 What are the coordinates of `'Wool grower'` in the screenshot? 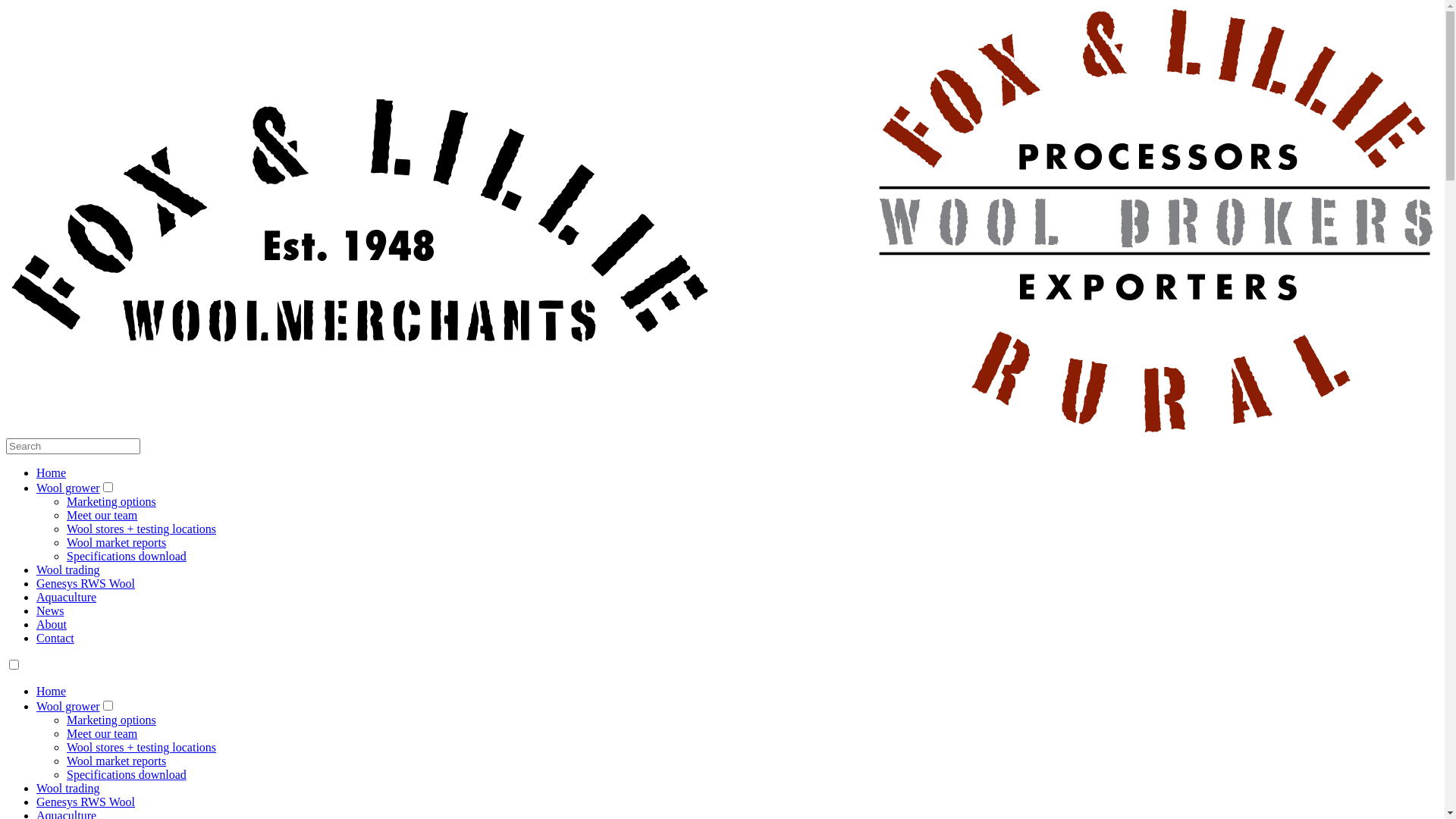 It's located at (67, 488).